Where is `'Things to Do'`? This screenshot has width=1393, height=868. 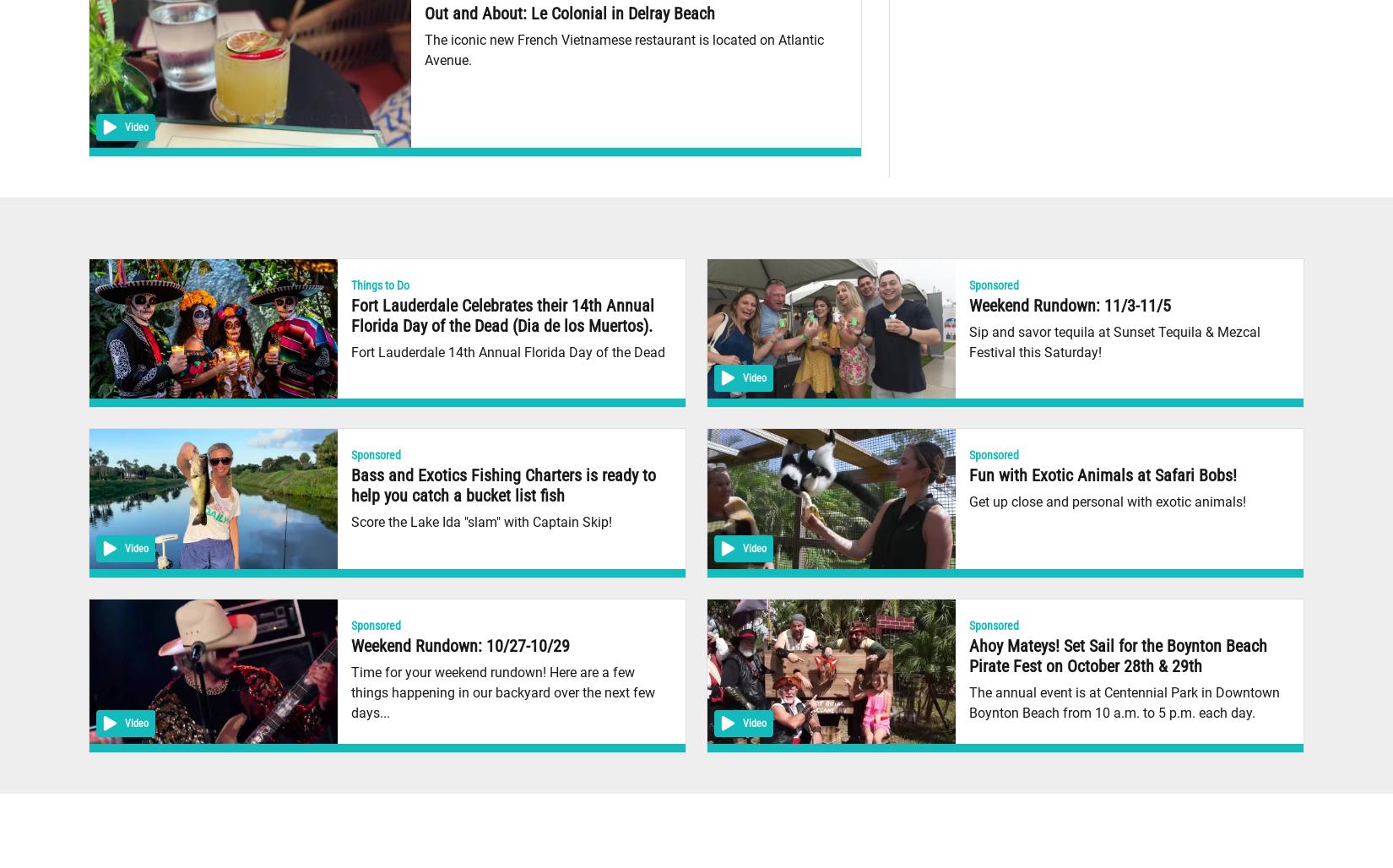
'Things to Do' is located at coordinates (379, 283).